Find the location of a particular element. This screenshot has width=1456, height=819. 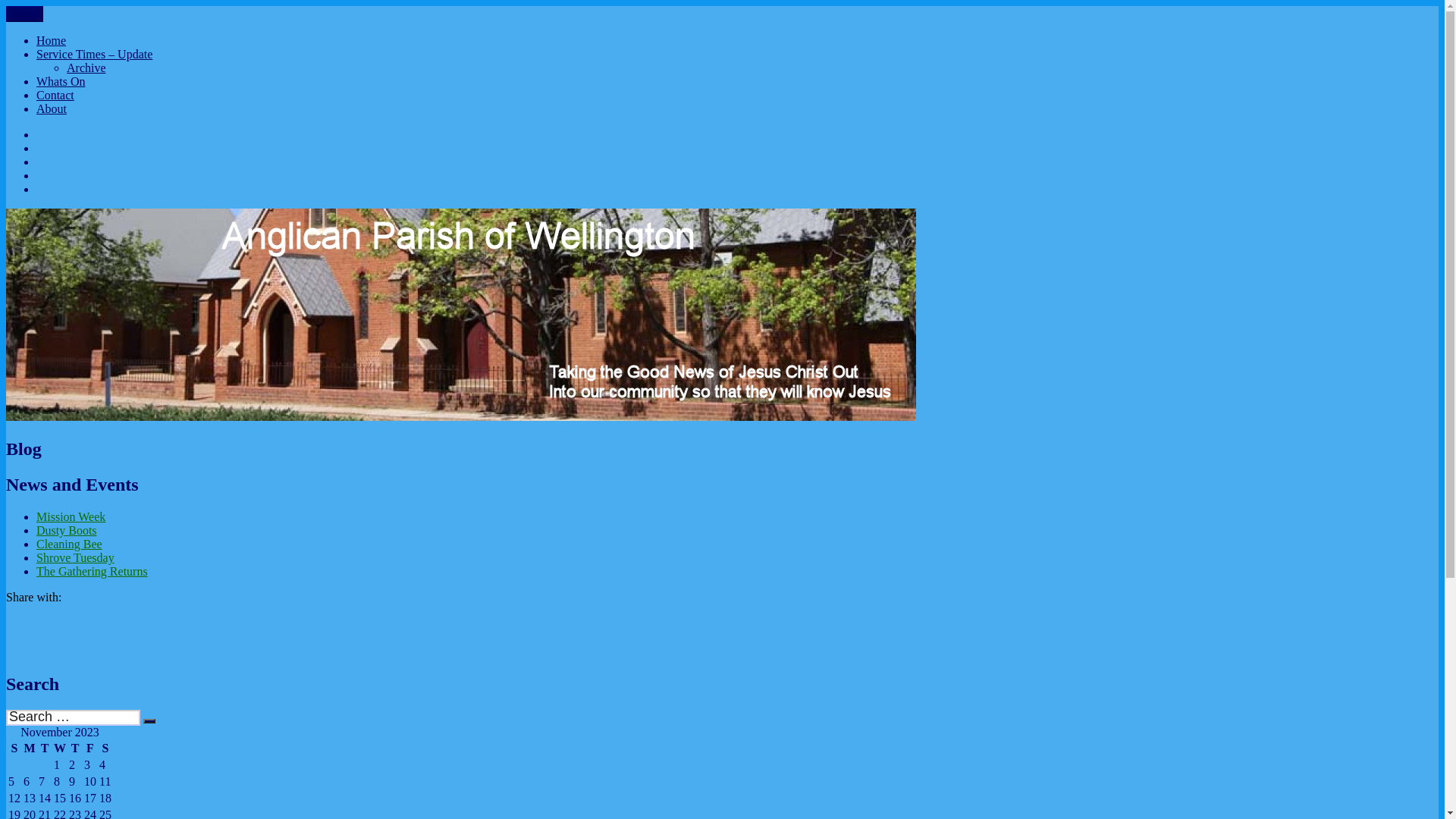

'Skip to content' is located at coordinates (5, 5).